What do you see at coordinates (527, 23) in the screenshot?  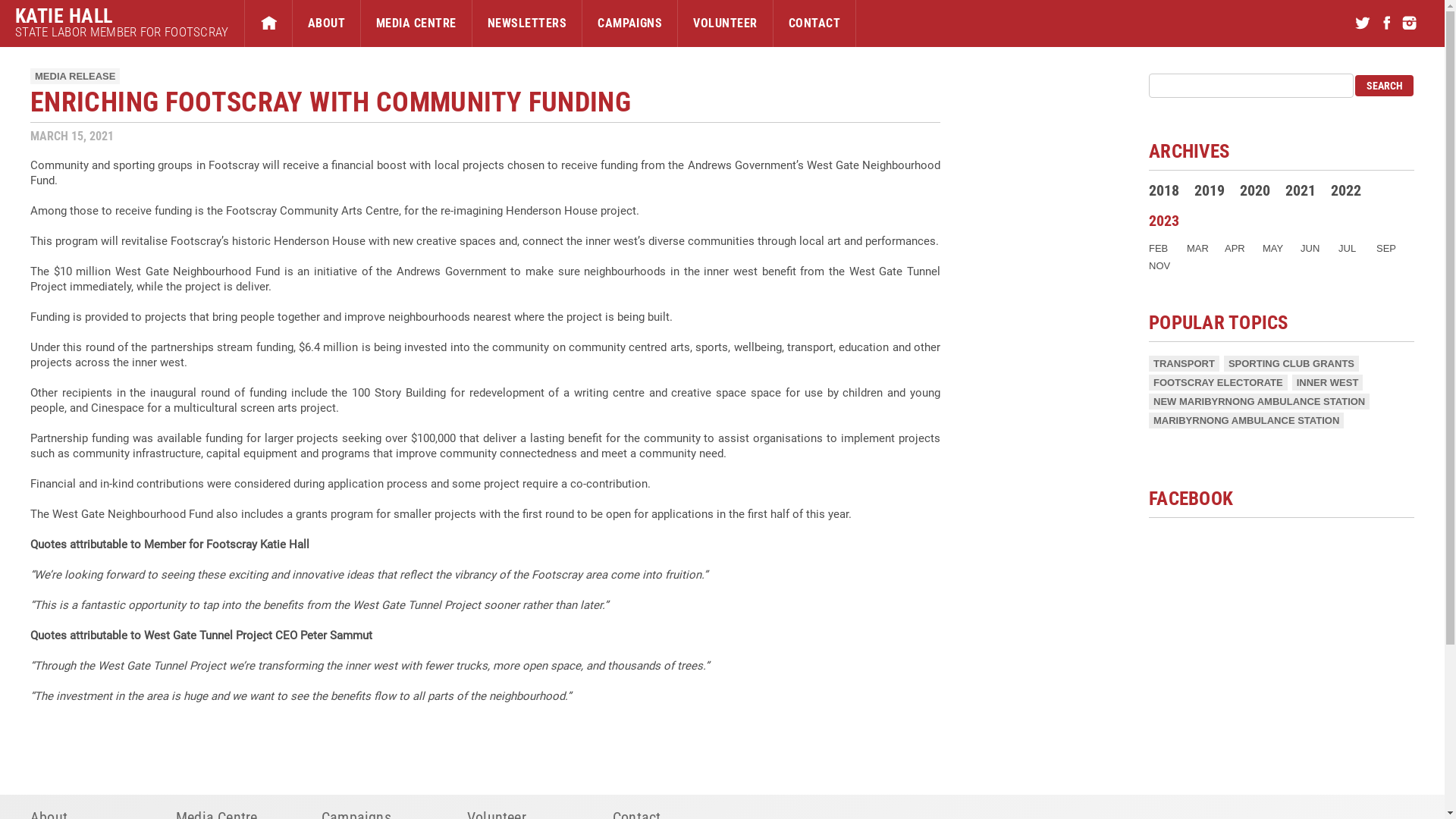 I see `'NEWSLETTERS'` at bounding box center [527, 23].